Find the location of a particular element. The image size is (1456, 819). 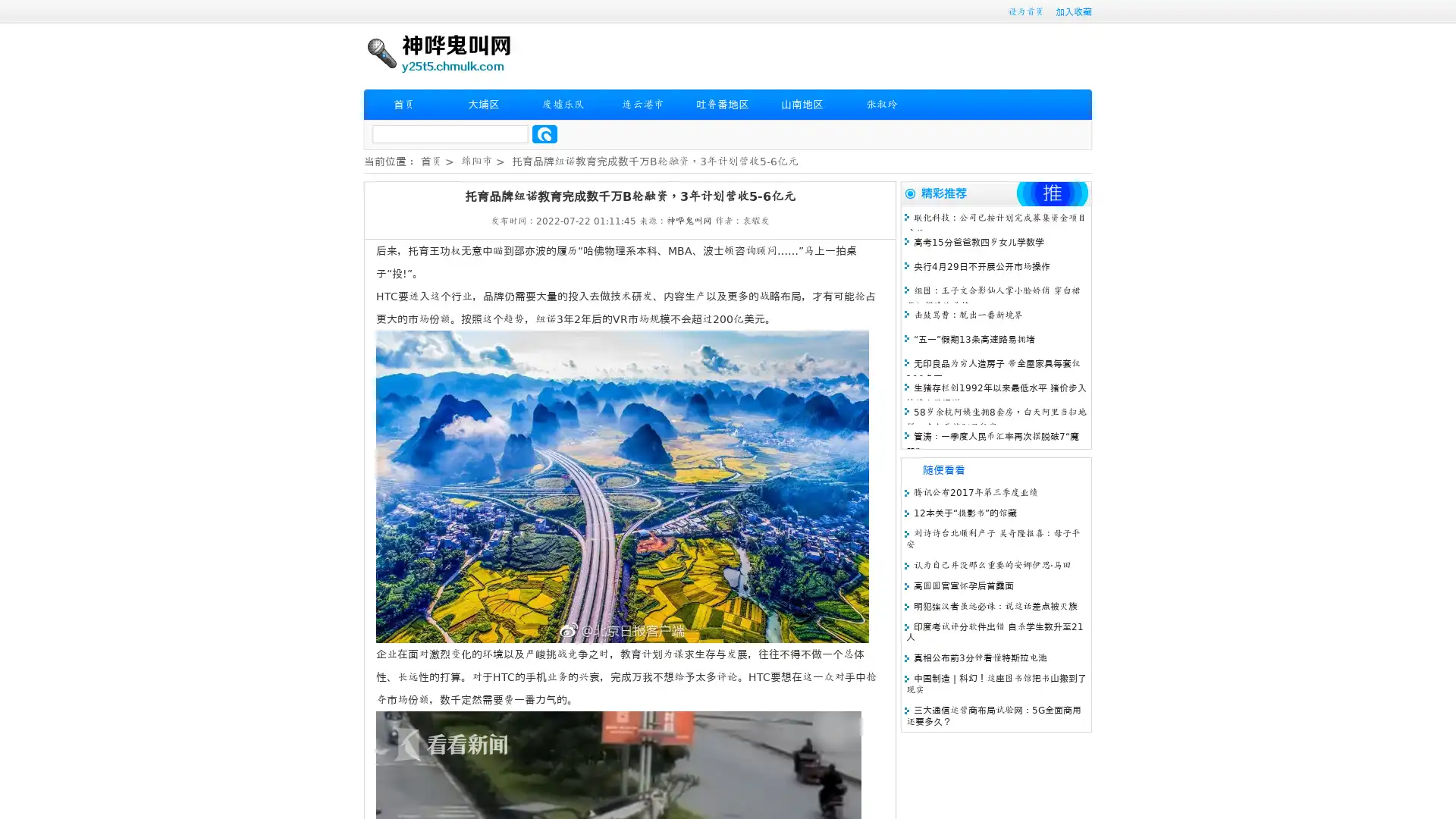

Search is located at coordinates (544, 133).